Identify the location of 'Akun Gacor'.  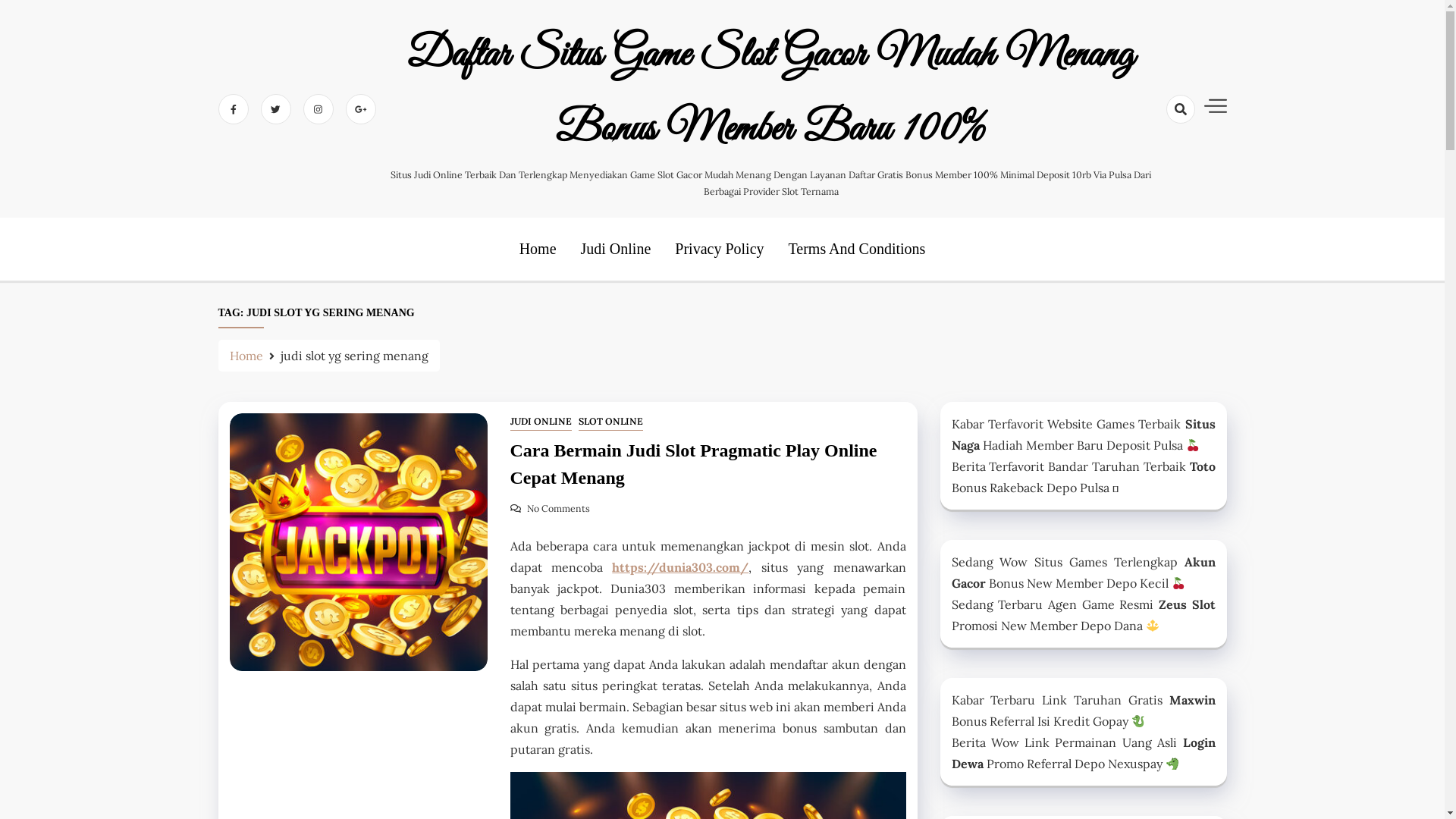
(1081, 573).